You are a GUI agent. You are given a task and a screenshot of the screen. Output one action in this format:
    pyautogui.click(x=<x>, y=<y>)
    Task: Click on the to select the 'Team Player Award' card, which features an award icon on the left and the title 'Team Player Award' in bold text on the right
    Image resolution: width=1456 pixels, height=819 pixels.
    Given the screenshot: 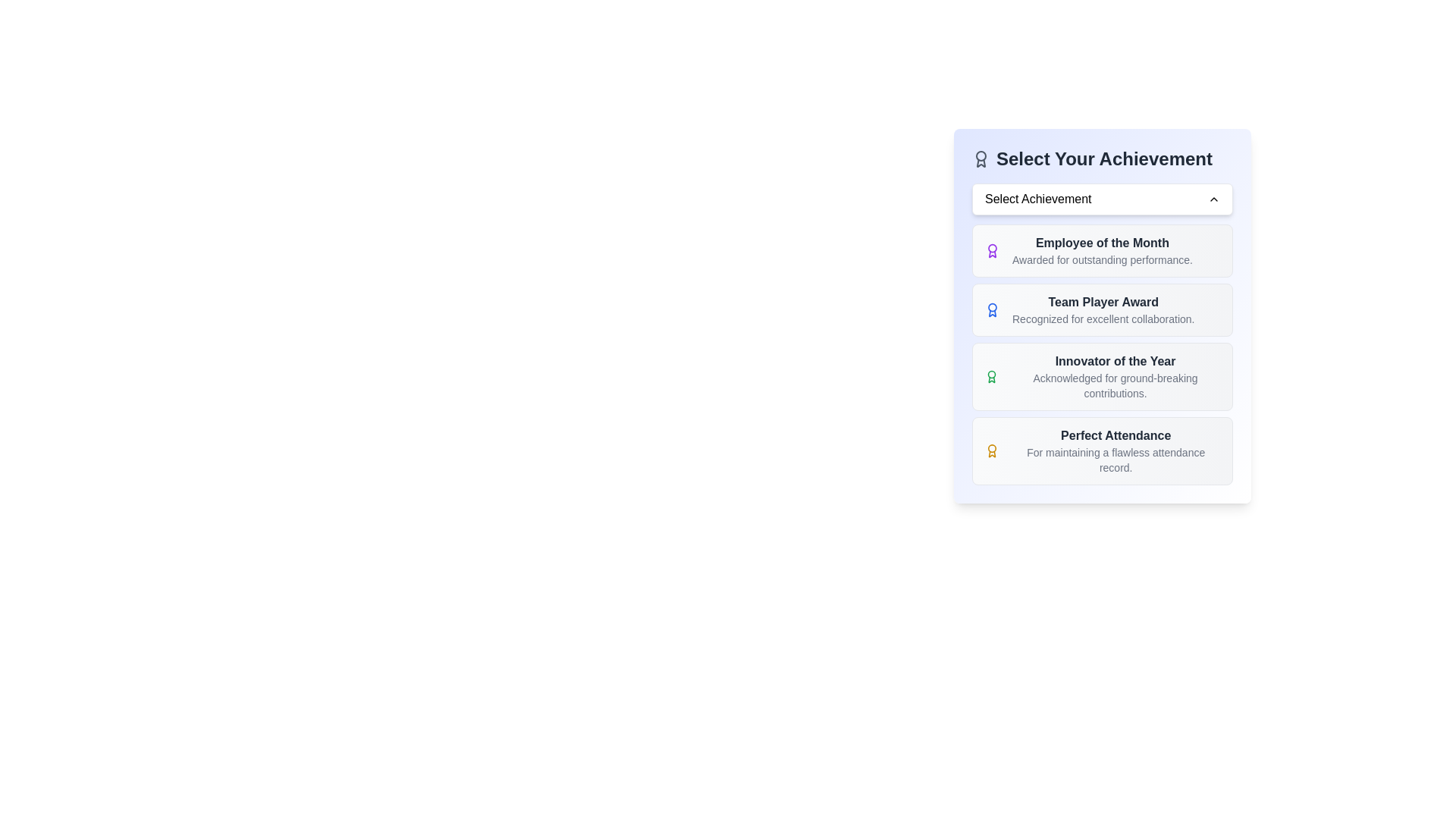 What is the action you would take?
    pyautogui.click(x=1103, y=309)
    